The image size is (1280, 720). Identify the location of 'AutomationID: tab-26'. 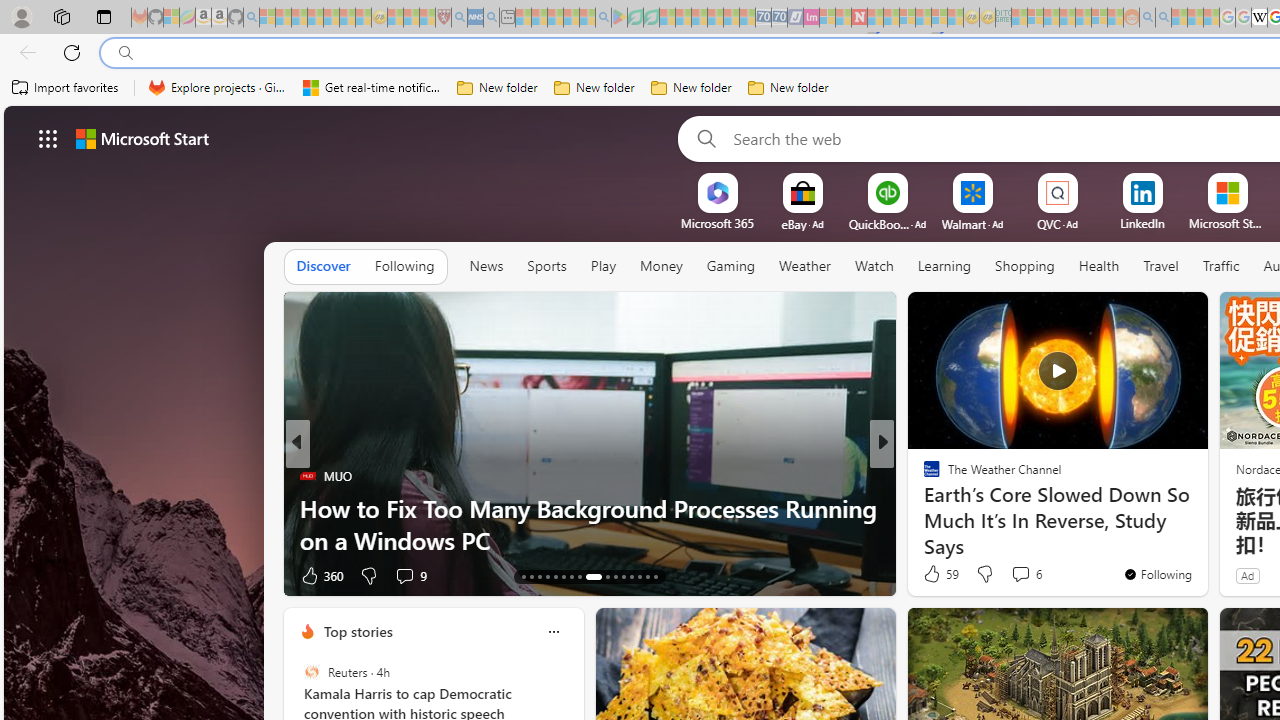
(638, 577).